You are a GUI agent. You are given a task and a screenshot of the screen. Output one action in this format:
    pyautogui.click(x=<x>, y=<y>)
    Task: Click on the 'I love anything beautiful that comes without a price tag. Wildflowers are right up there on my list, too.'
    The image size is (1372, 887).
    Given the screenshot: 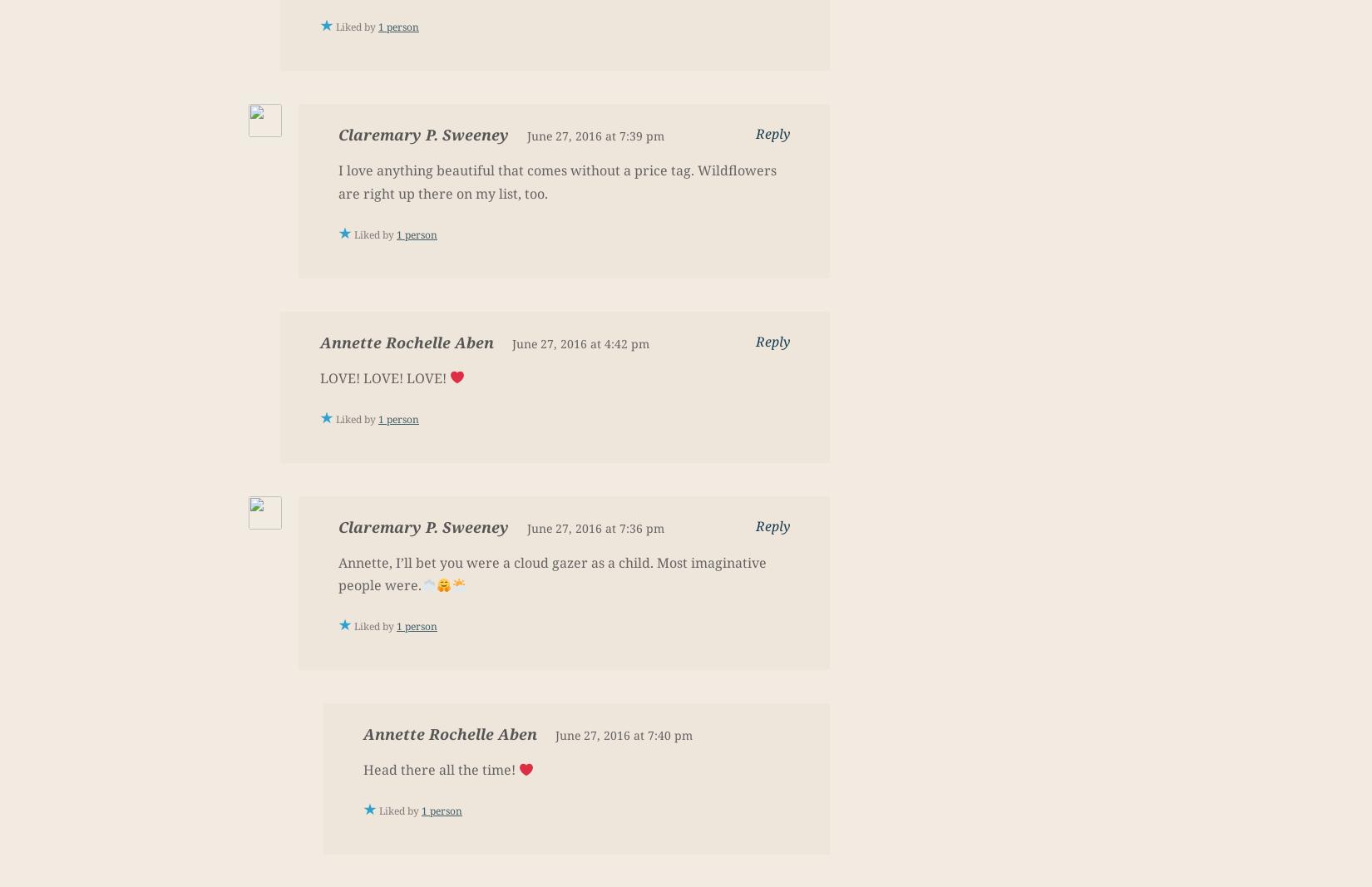 What is the action you would take?
    pyautogui.click(x=556, y=181)
    